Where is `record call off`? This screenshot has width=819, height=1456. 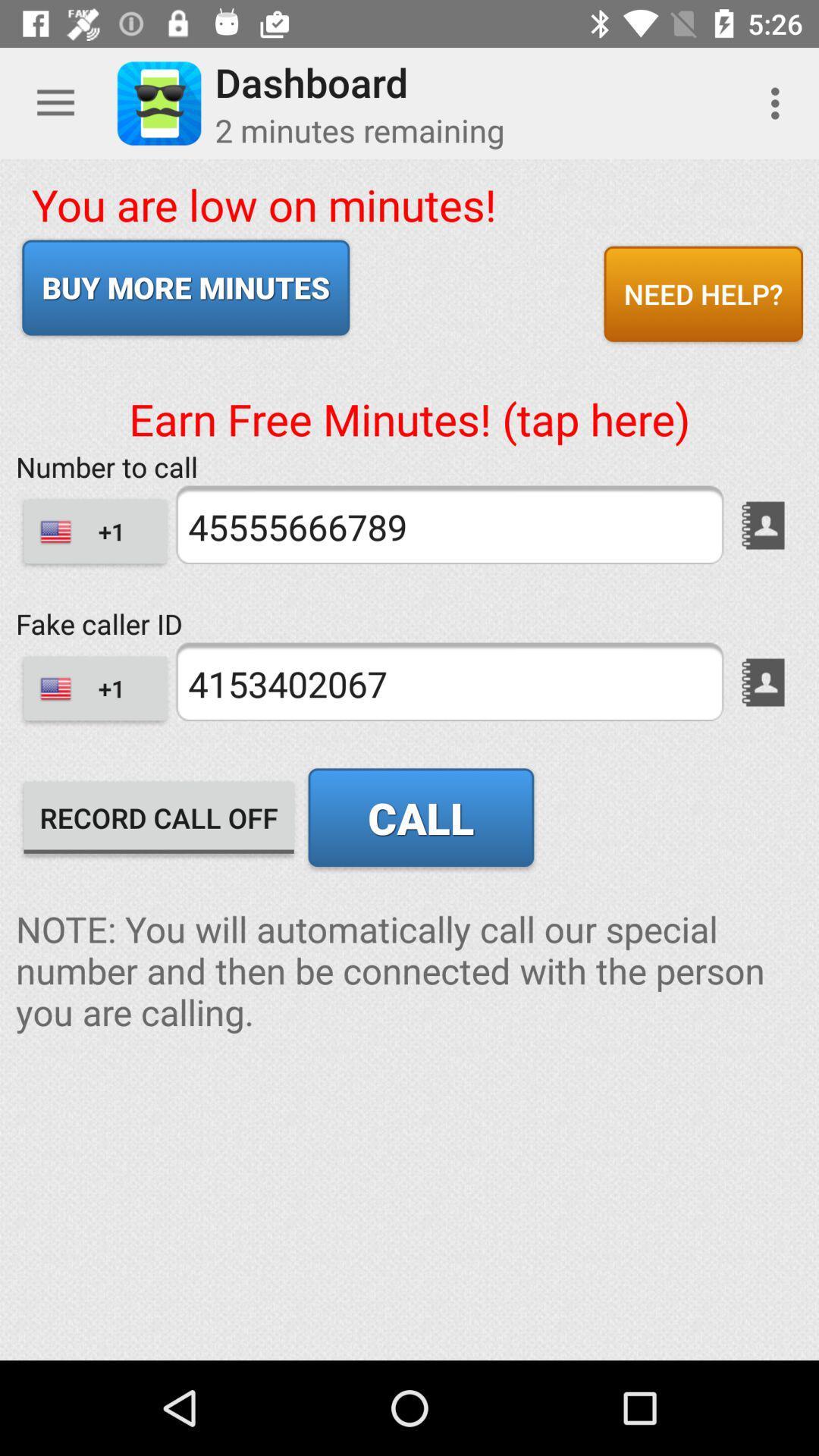 record call off is located at coordinates (158, 817).